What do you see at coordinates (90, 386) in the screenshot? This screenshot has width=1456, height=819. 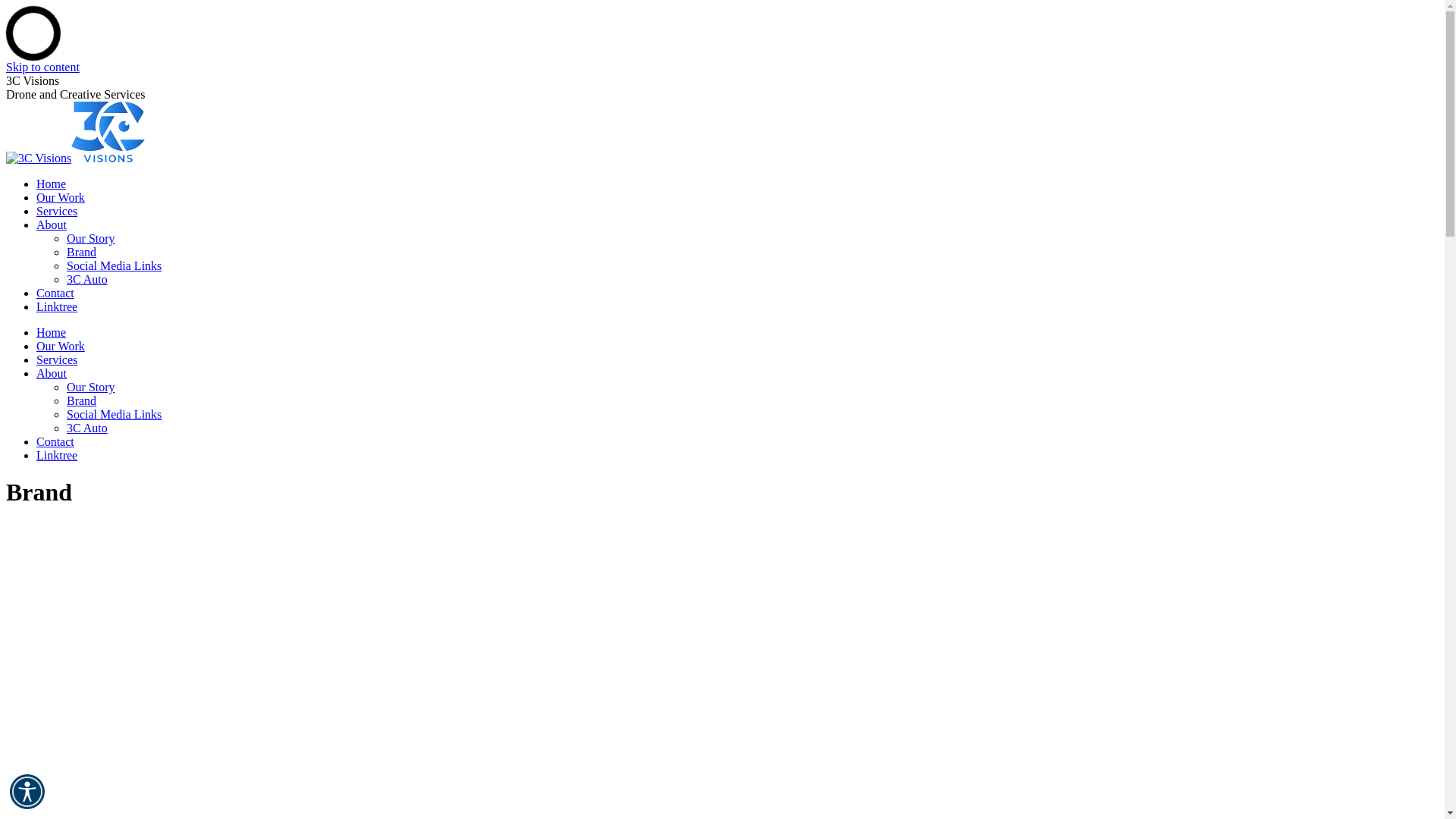 I see `'Our Story'` at bounding box center [90, 386].